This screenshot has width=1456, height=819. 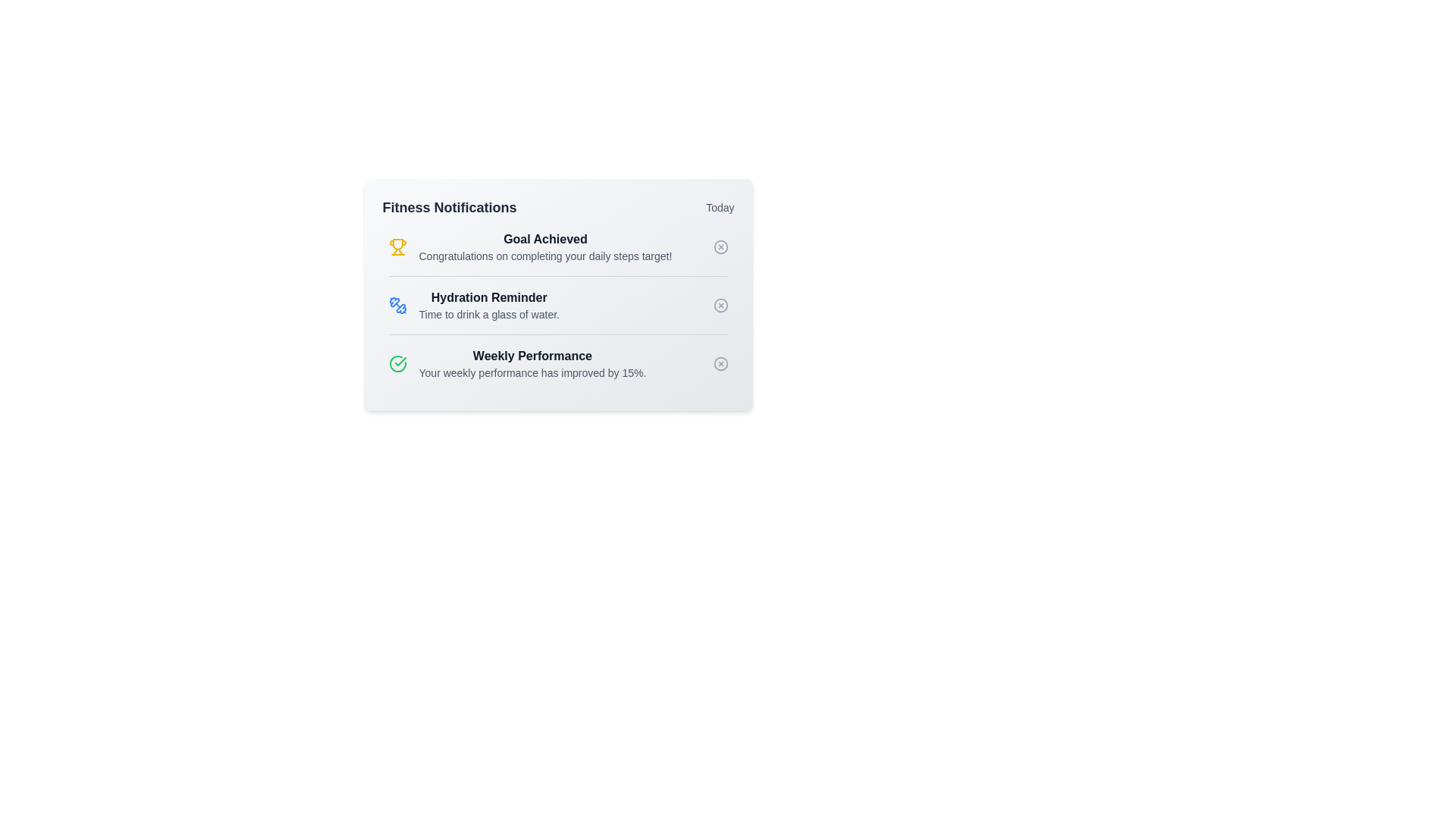 I want to click on the 'Goal Achieved' notification title text label in the notification panel, which indicates the user's successful completion of their daily steps target, so click(x=545, y=239).